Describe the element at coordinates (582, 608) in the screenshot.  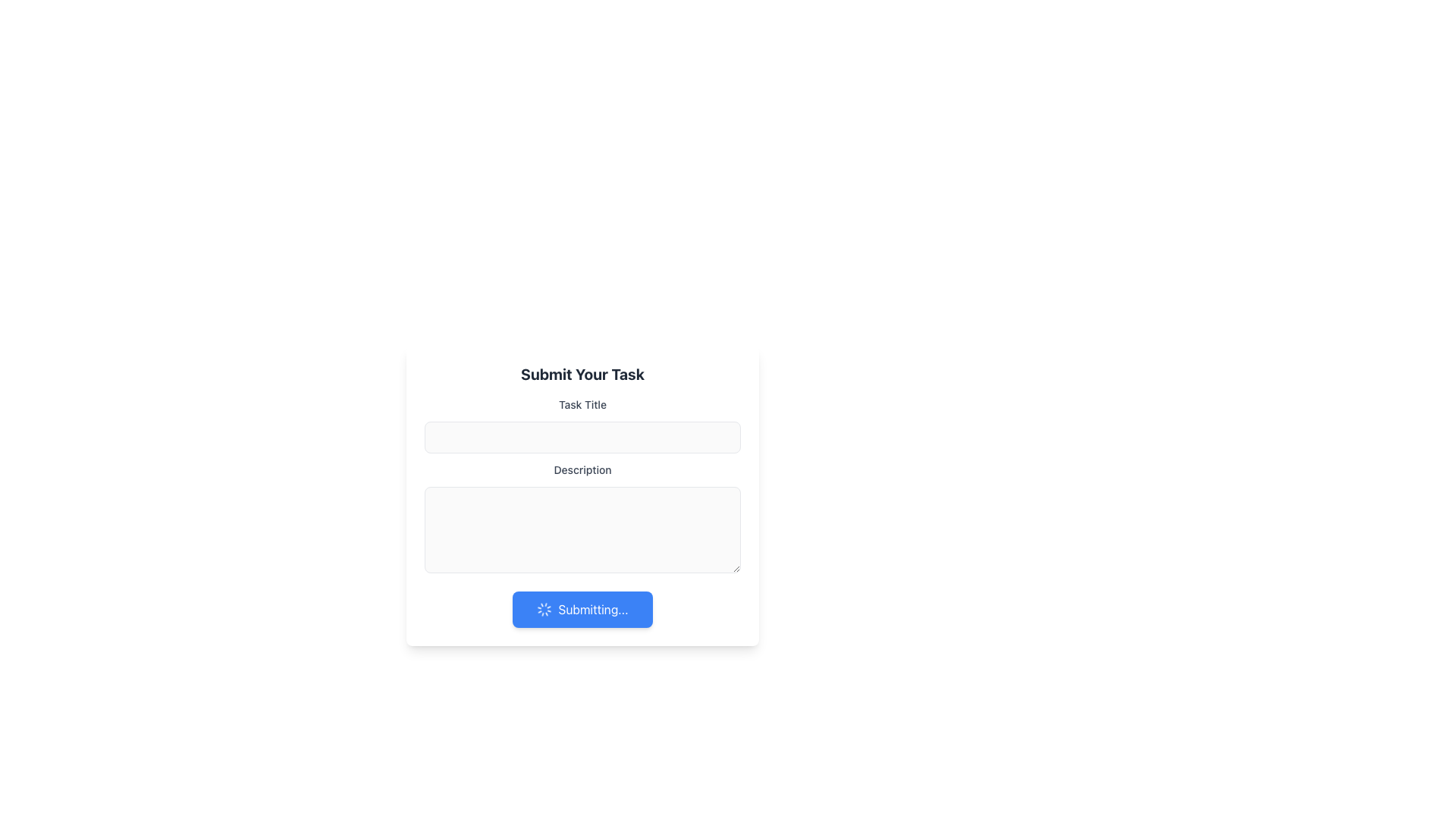
I see `the animation of the spinning icon located within the rectangular blue button labeled 'Submitting...' at the center of the button` at that location.